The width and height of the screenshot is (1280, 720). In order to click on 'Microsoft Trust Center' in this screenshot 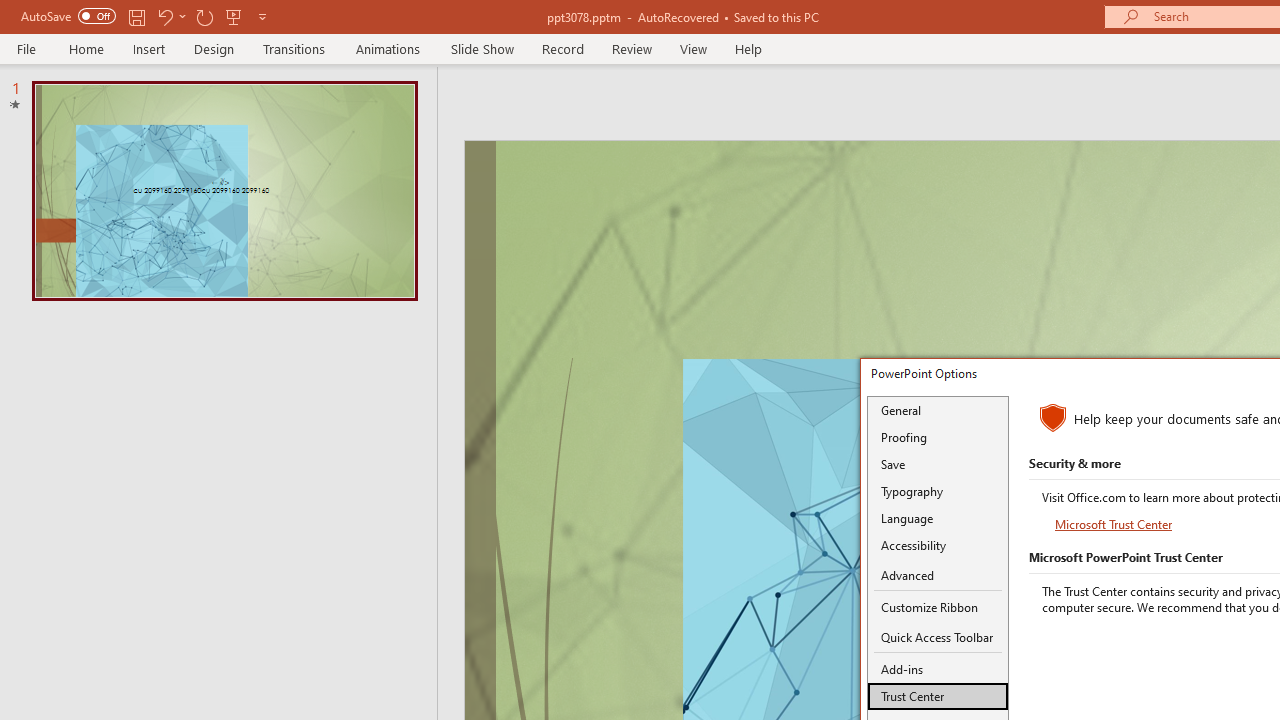, I will do `click(1114, 523)`.